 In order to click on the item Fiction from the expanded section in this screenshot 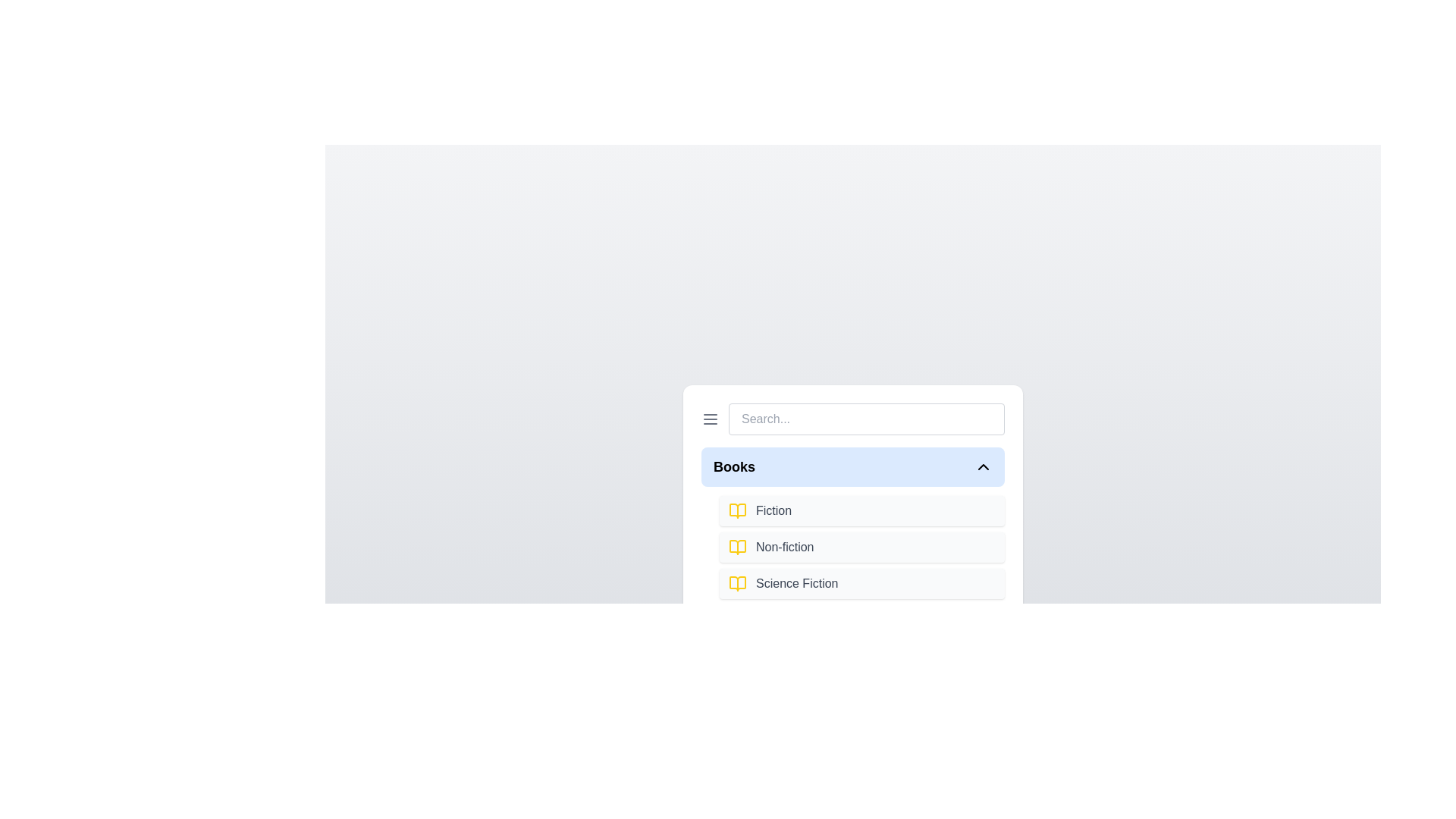, I will do `click(862, 511)`.